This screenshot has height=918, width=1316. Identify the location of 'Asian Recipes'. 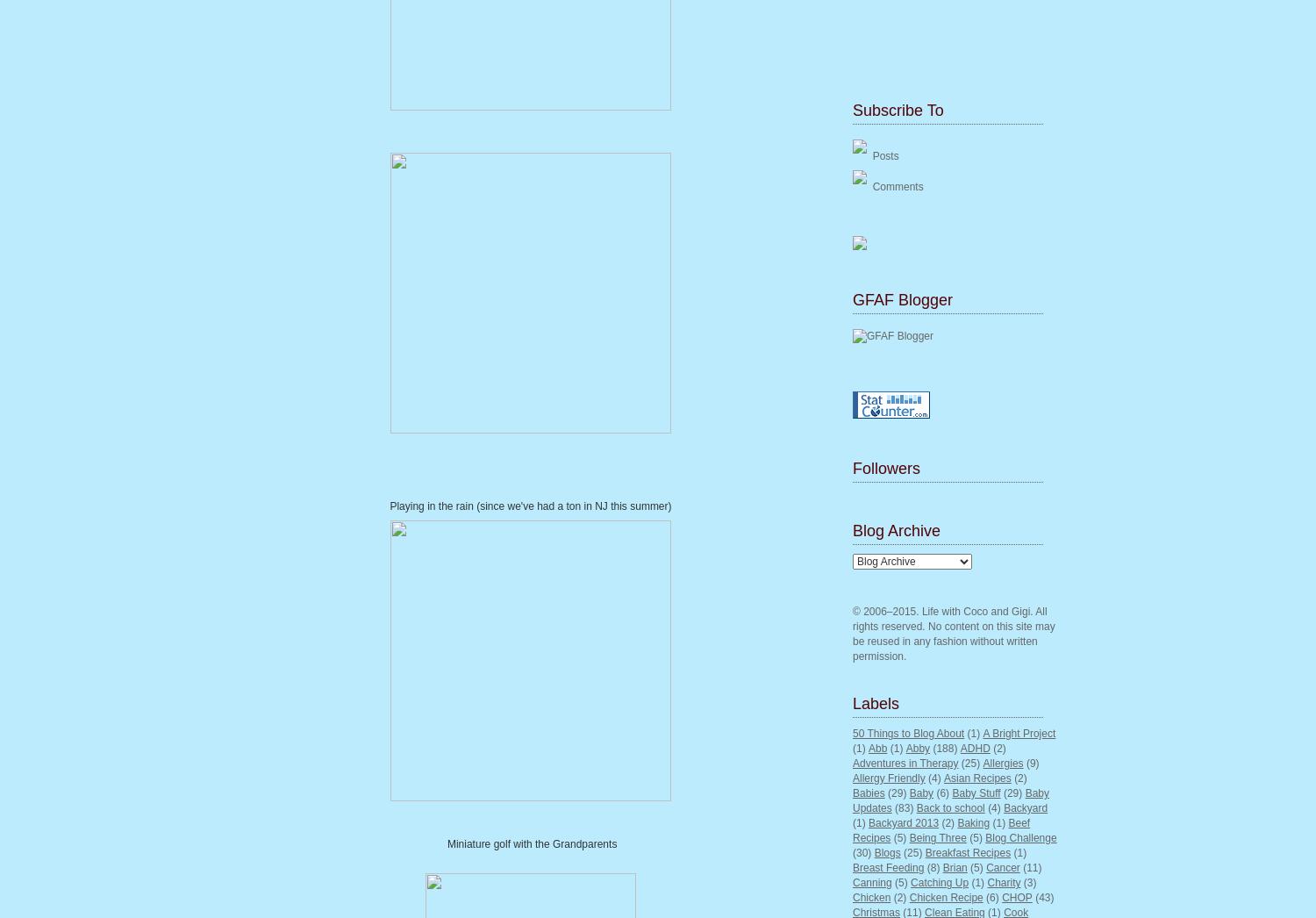
(976, 778).